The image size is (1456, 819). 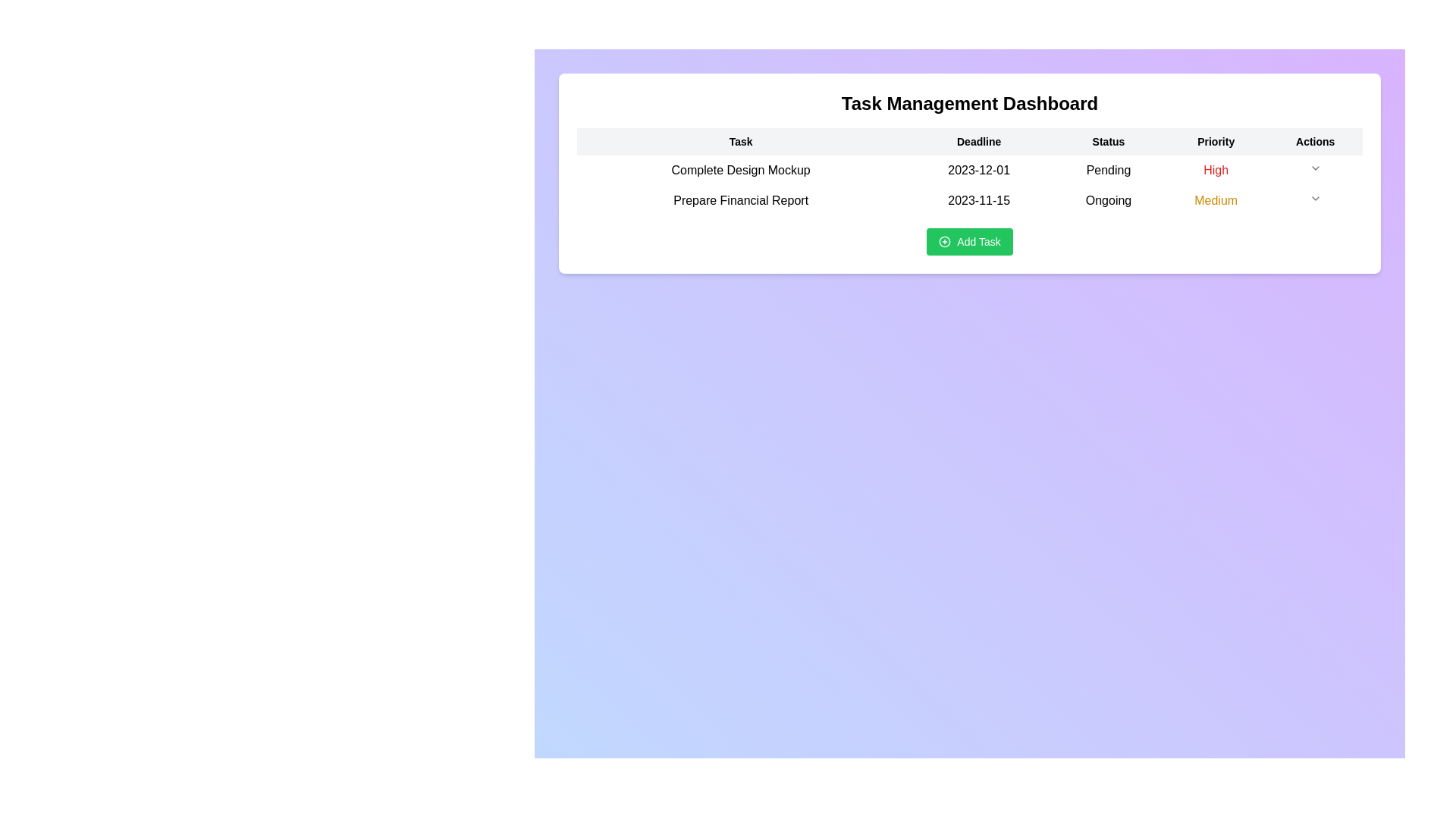 I want to click on the non-interactive Text label indicating the priority level of the corresponding task located in the second row under the 'Priority' column, so click(x=1216, y=199).